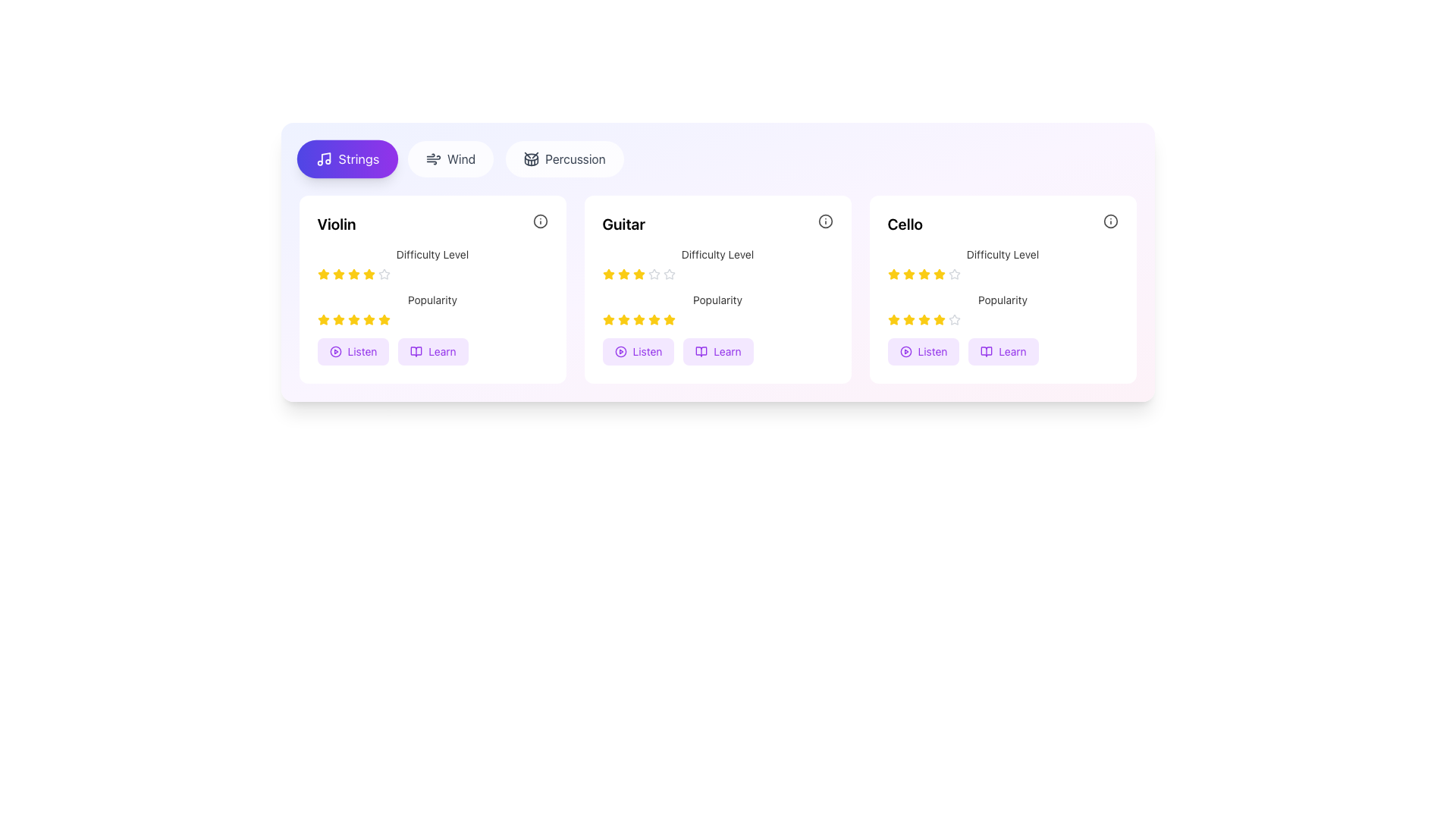  I want to click on the fifth star icon in the second row under the heading 'Popularity' within the 'Violin' card, which is filled with yellow color and indicates content popularity, so click(384, 318).